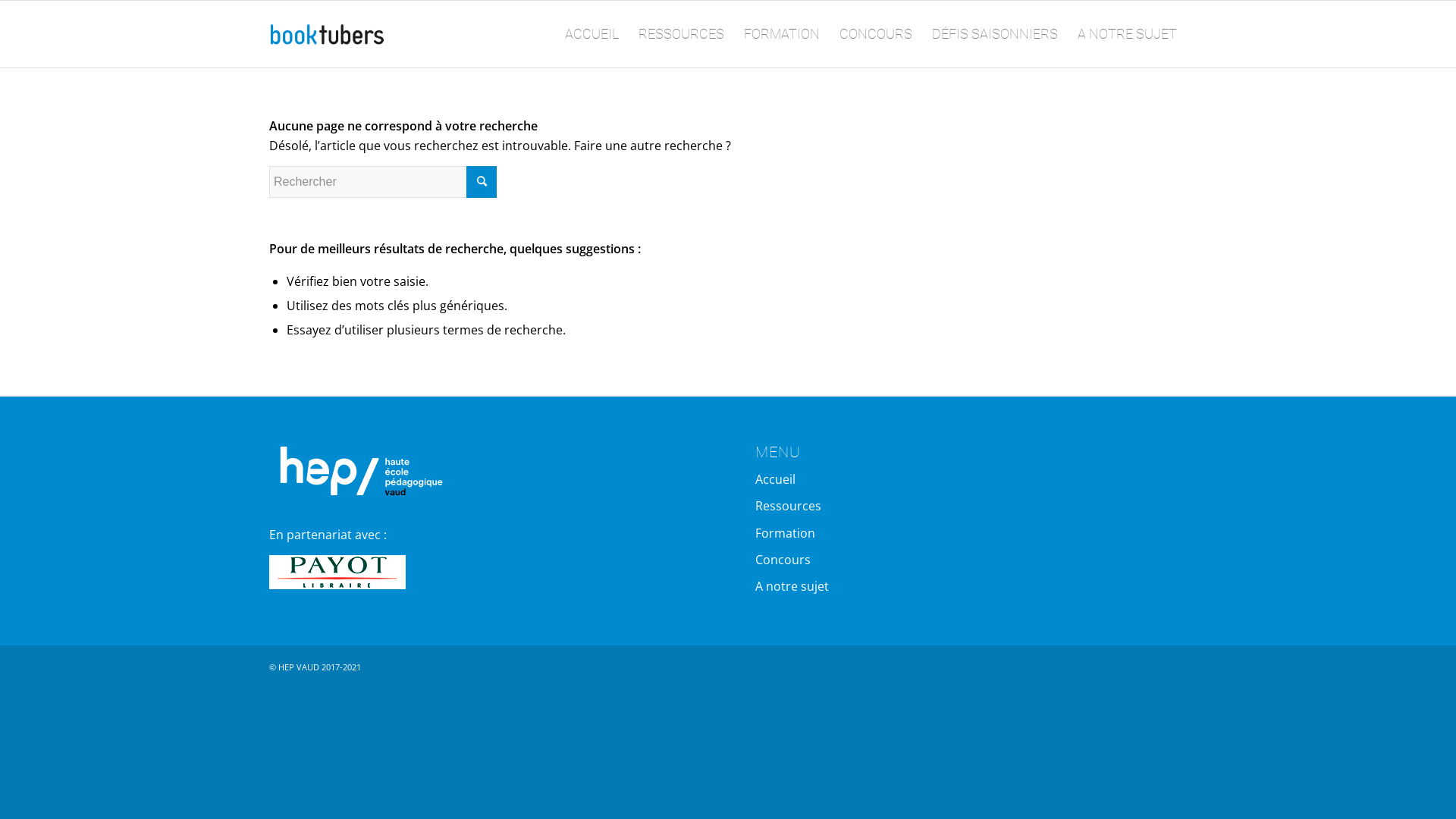  What do you see at coordinates (356, 469) in the screenshot?
I see `'HEP Vaud'` at bounding box center [356, 469].